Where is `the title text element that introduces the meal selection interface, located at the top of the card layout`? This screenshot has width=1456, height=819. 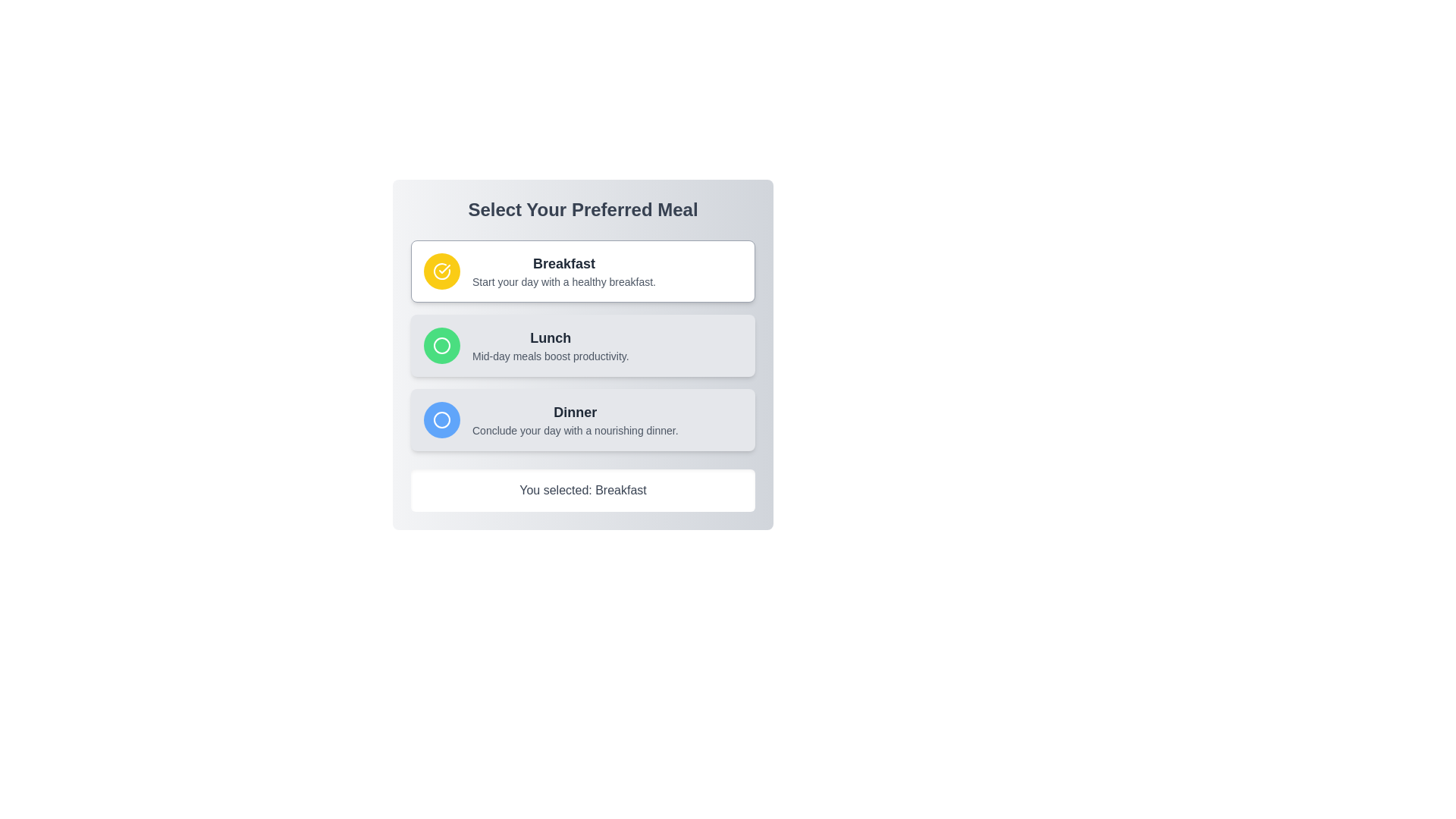 the title text element that introduces the meal selection interface, located at the top of the card layout is located at coordinates (582, 210).